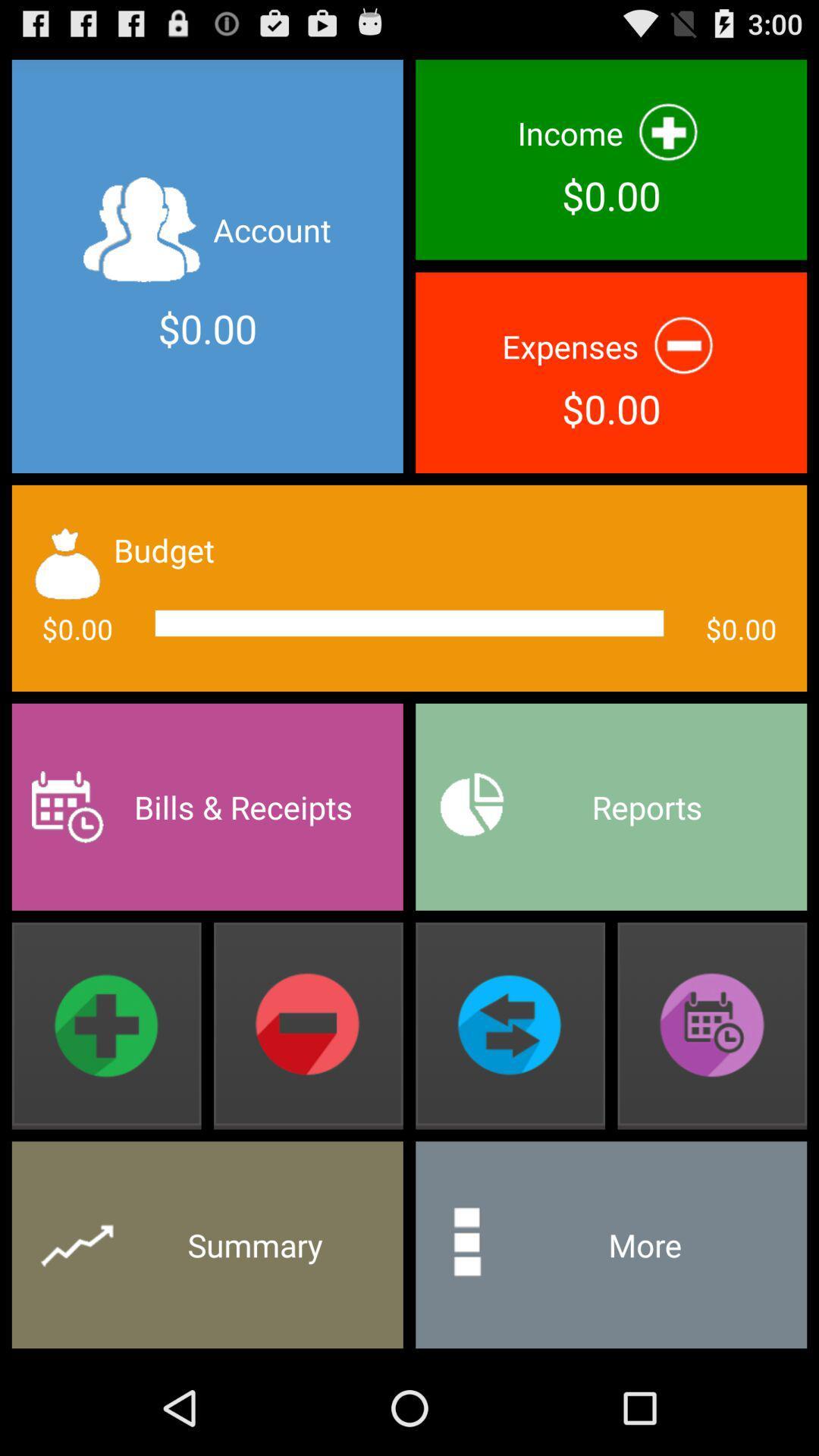 The image size is (819, 1456). I want to click on item to the left of reports, so click(207, 806).